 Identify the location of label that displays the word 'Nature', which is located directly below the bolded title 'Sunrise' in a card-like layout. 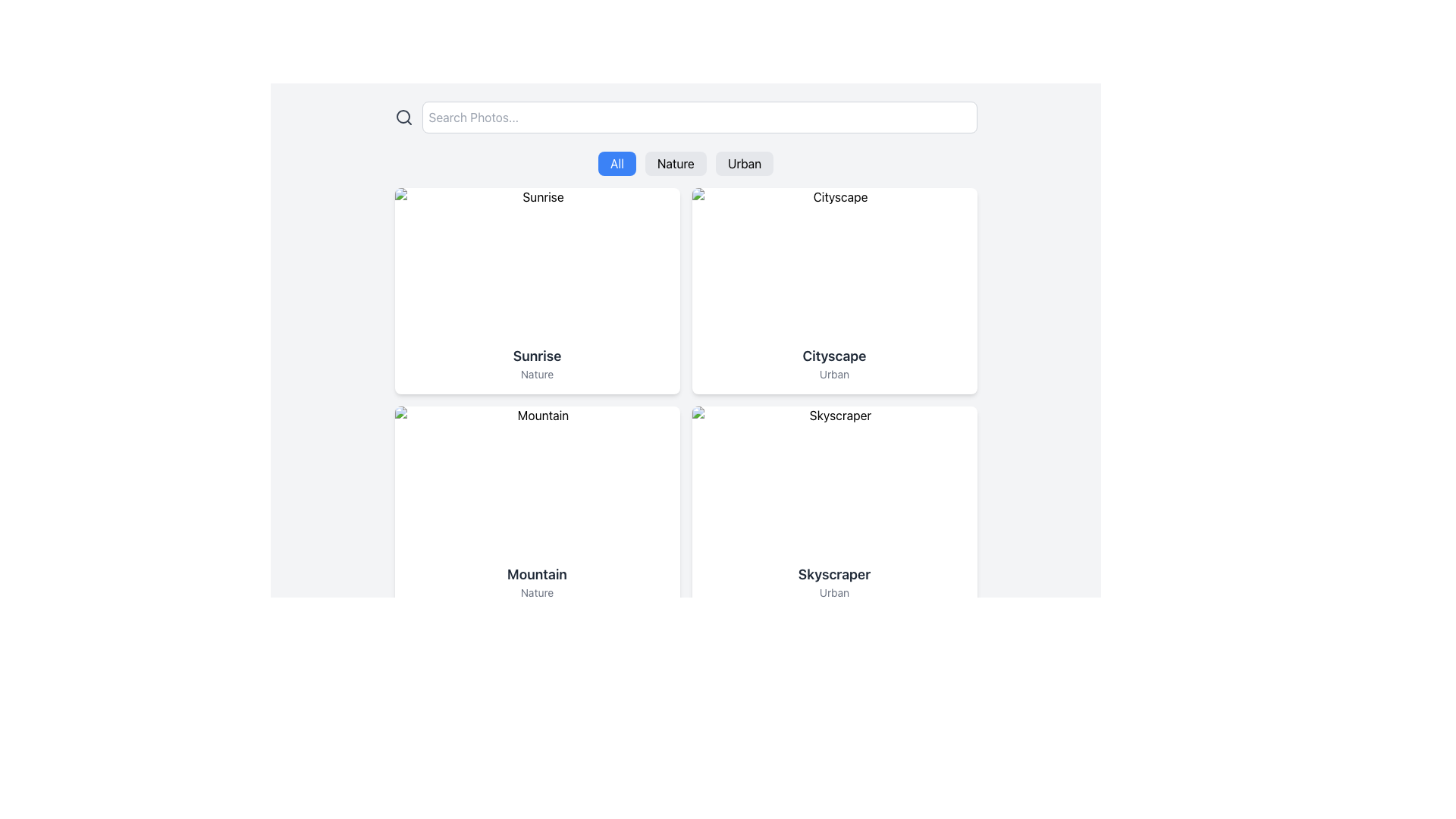
(537, 374).